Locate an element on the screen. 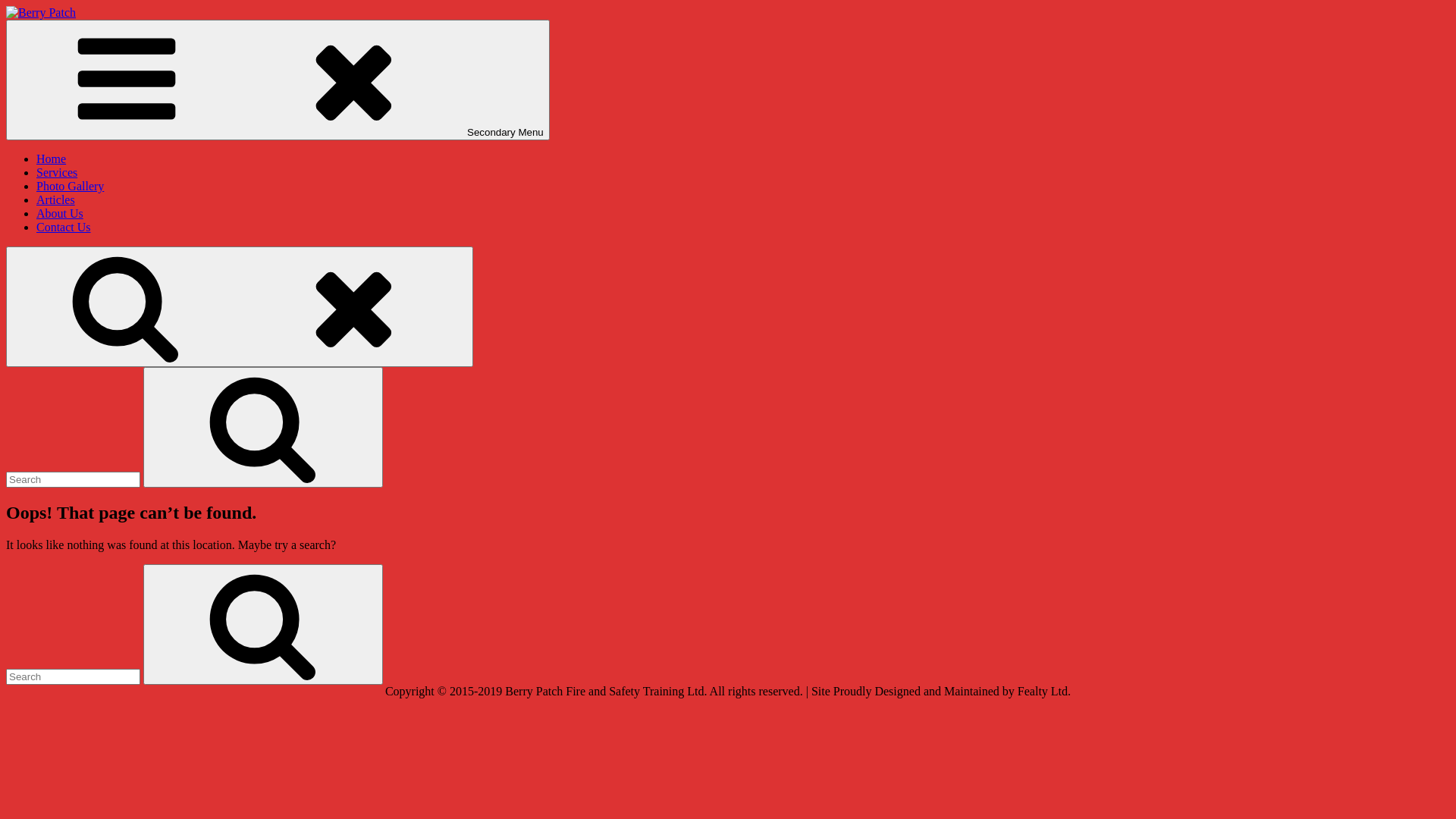 The width and height of the screenshot is (1456, 819). 'Services' is located at coordinates (36, 171).